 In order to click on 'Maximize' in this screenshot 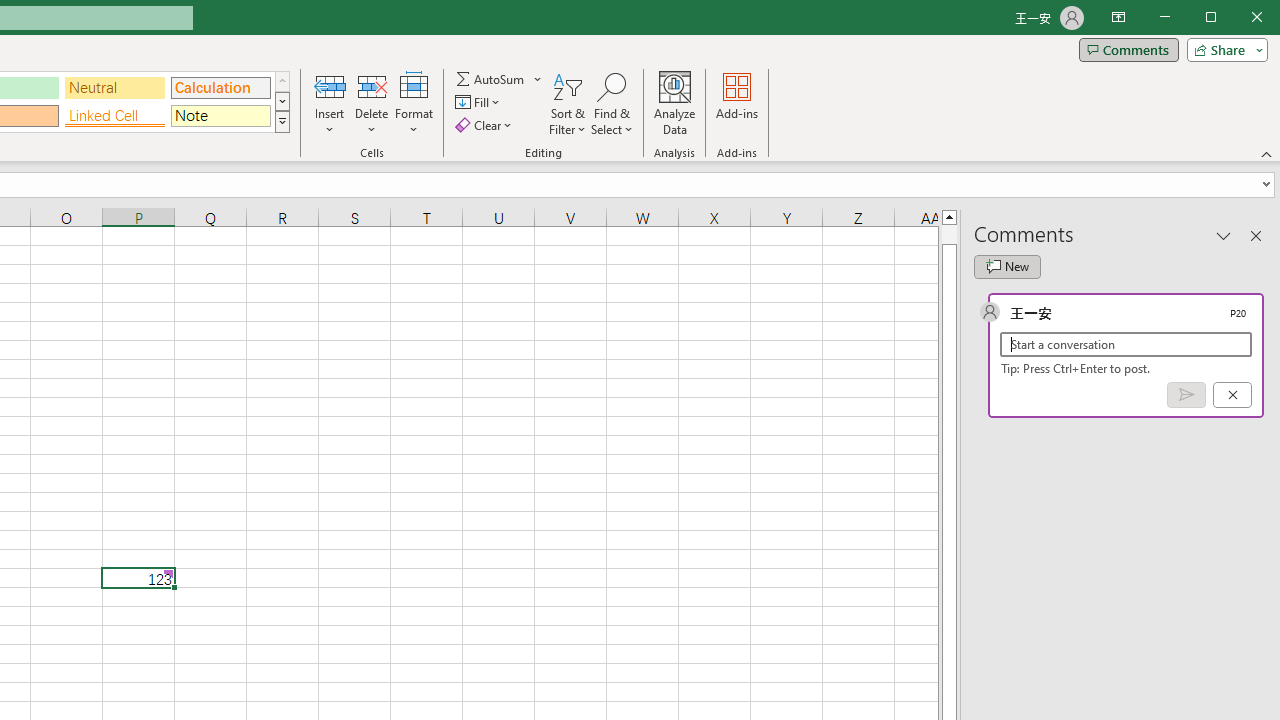, I will do `click(1238, 19)`.